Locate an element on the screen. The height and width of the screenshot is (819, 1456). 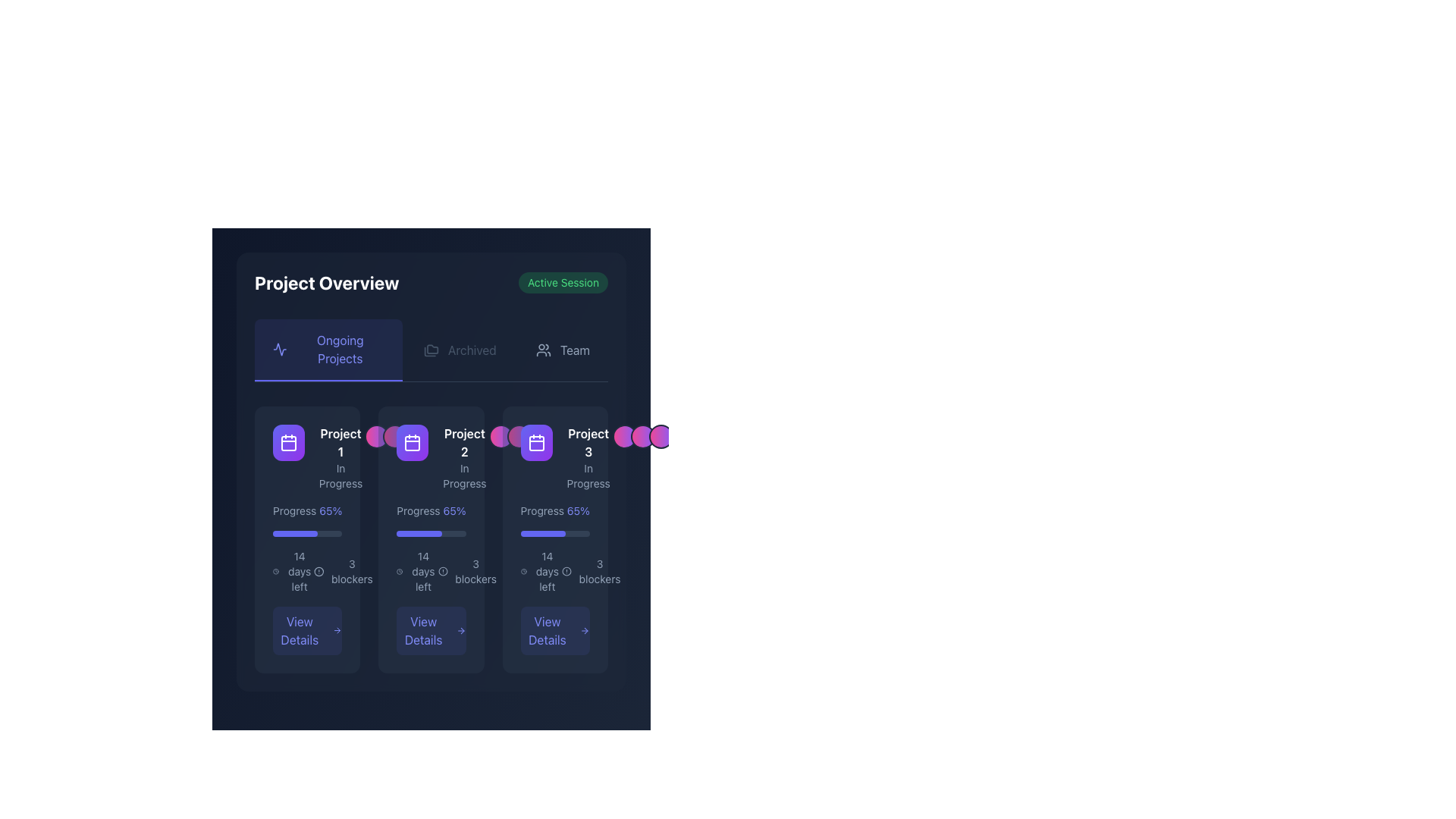
text information about the remaining days for a task or project and the number of blockers displayed in the bottom region of the first card in the middle row of cards is located at coordinates (306, 571).